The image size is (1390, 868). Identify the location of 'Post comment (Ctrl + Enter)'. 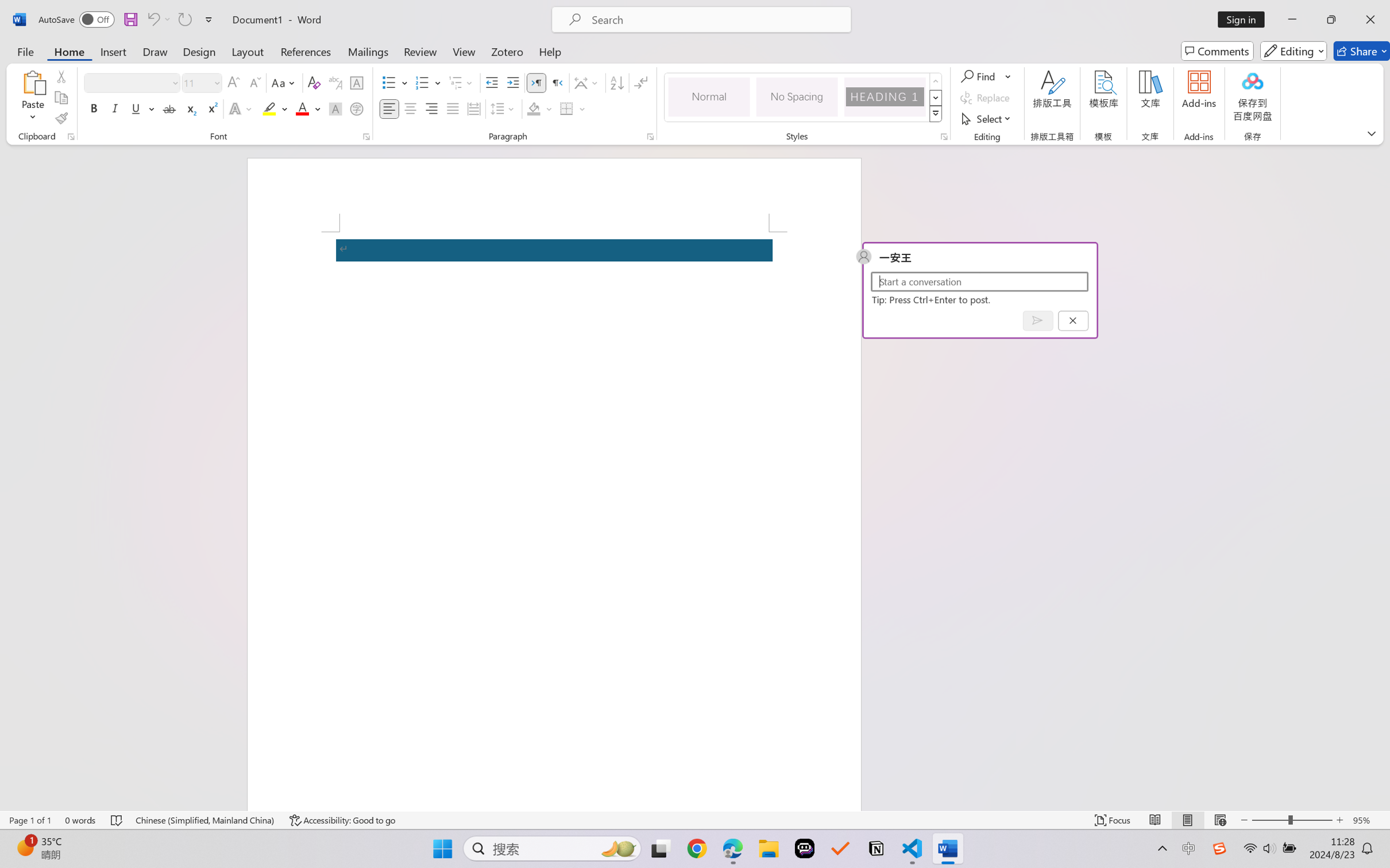
(1037, 320).